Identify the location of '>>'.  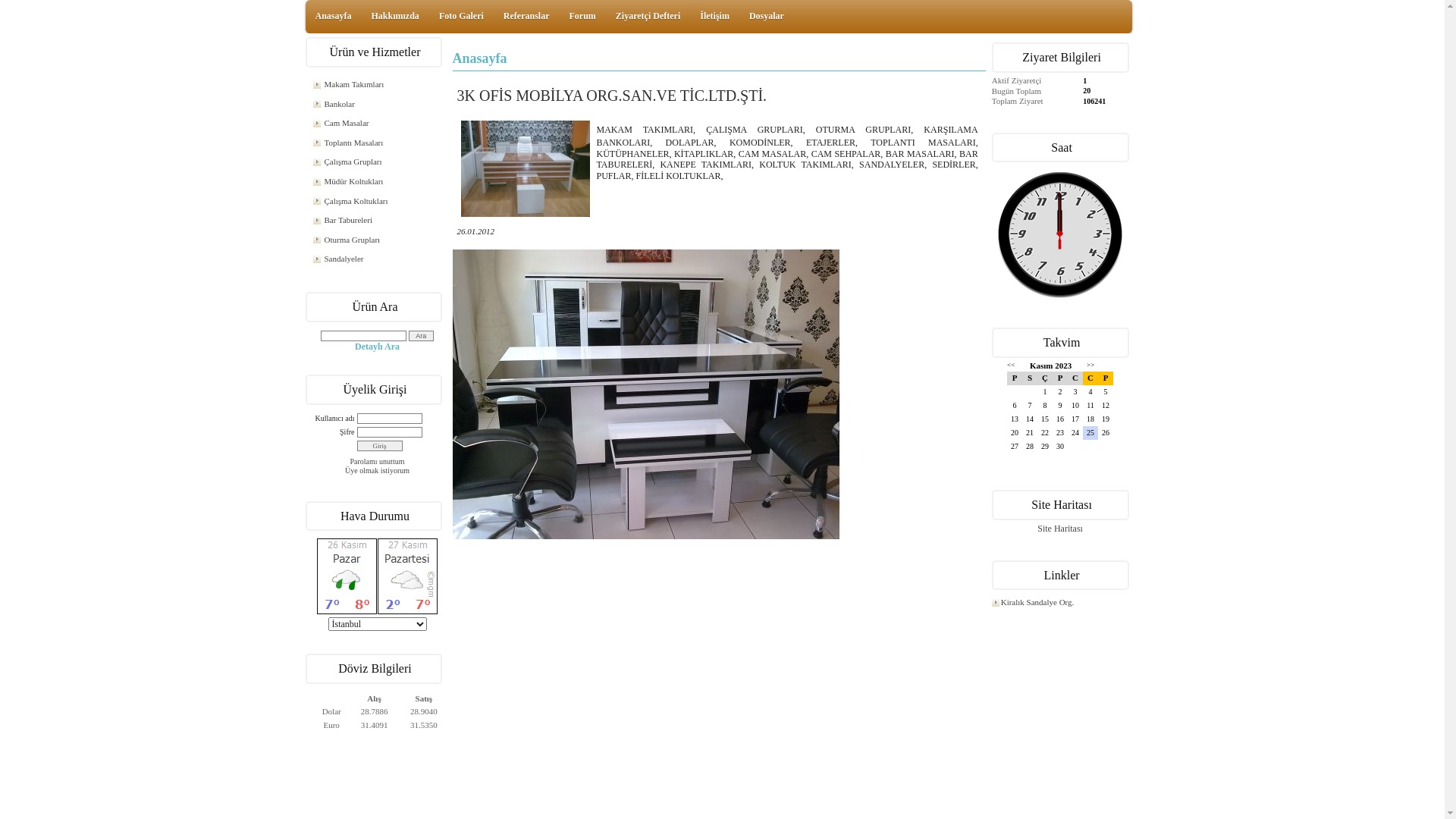
(1086, 365).